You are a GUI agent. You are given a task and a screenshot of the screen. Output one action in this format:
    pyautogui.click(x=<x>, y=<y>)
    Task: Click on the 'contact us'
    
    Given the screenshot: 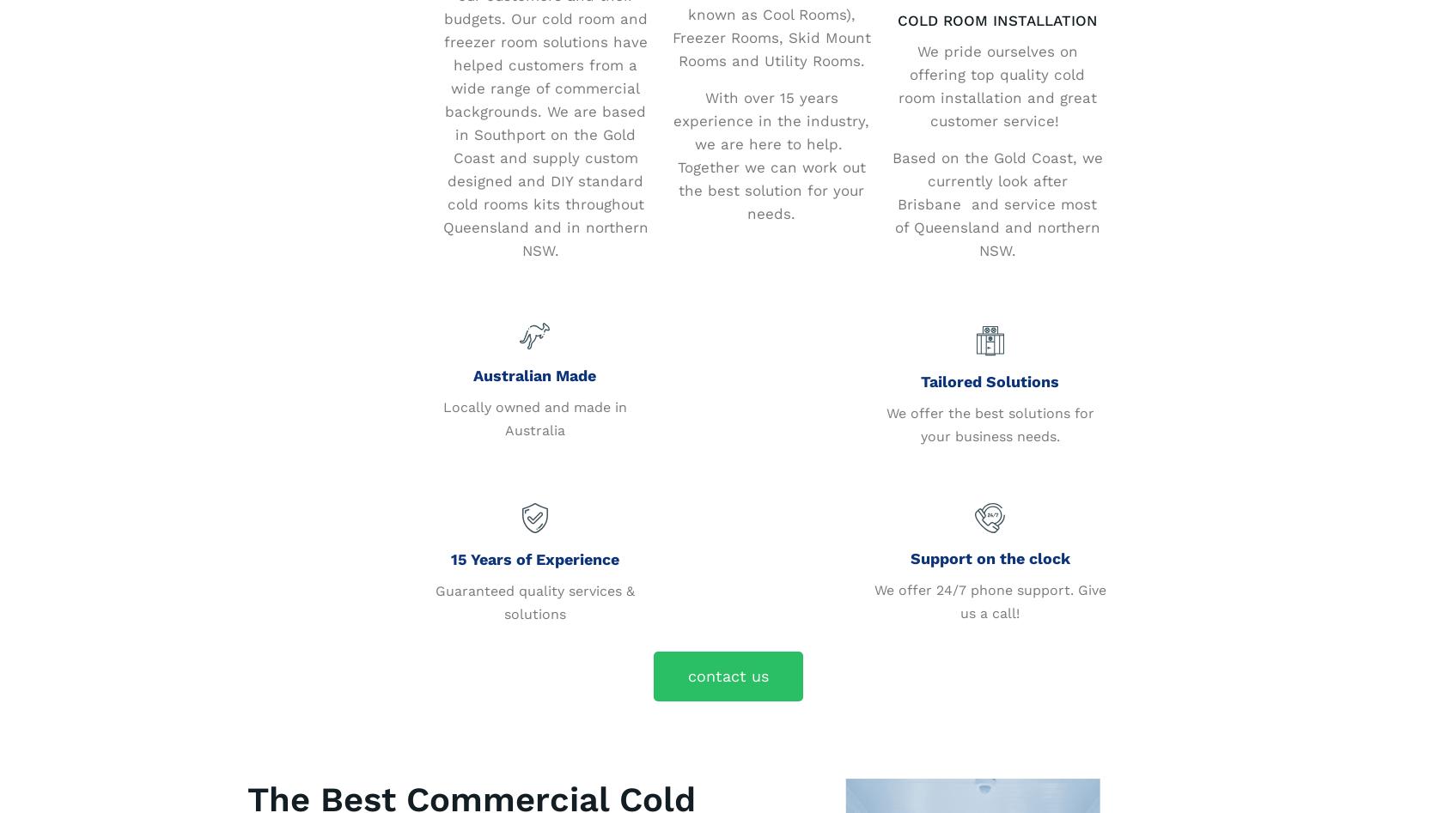 What is the action you would take?
    pyautogui.click(x=727, y=675)
    